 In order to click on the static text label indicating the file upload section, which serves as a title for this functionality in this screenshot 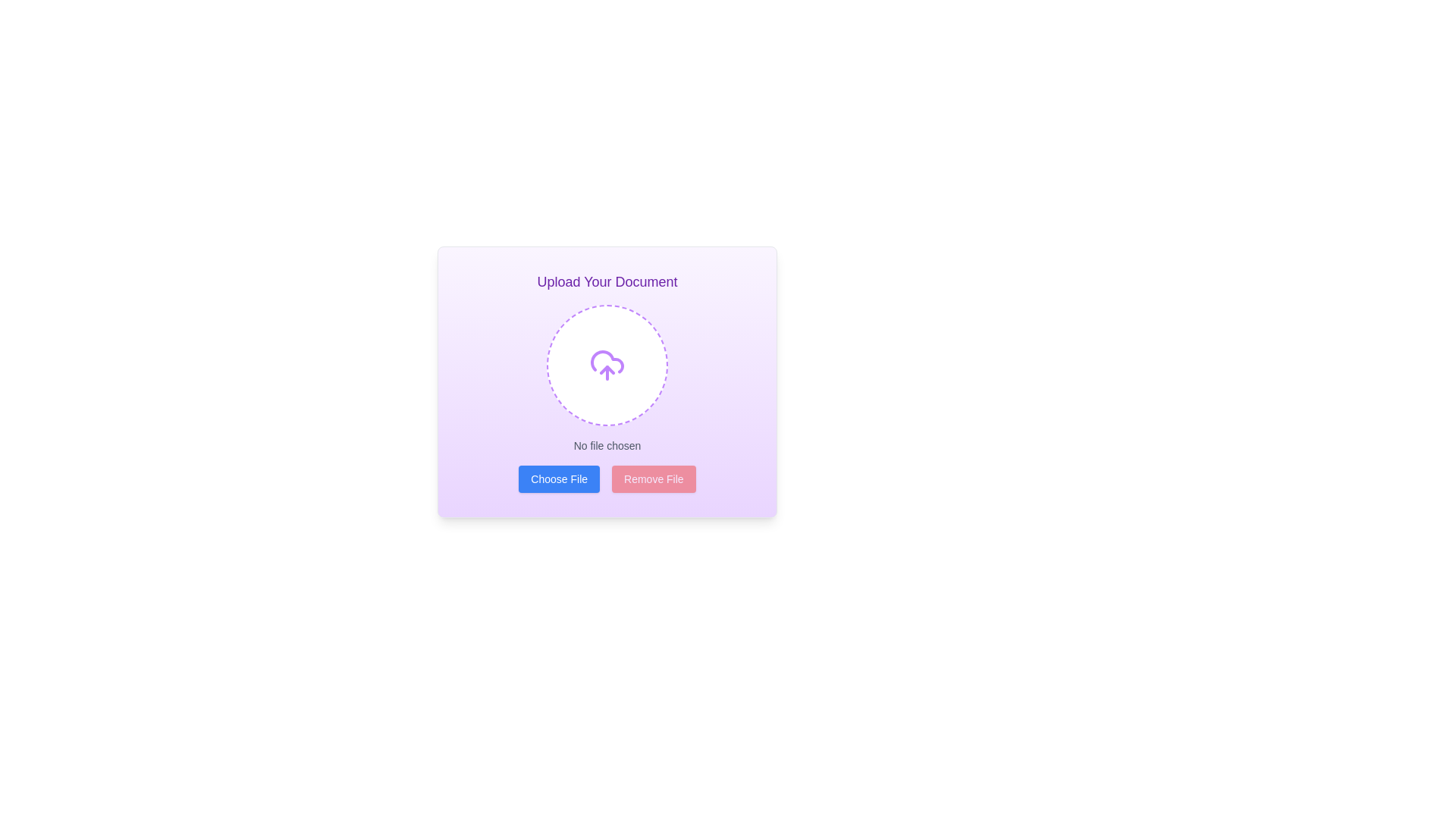, I will do `click(607, 281)`.